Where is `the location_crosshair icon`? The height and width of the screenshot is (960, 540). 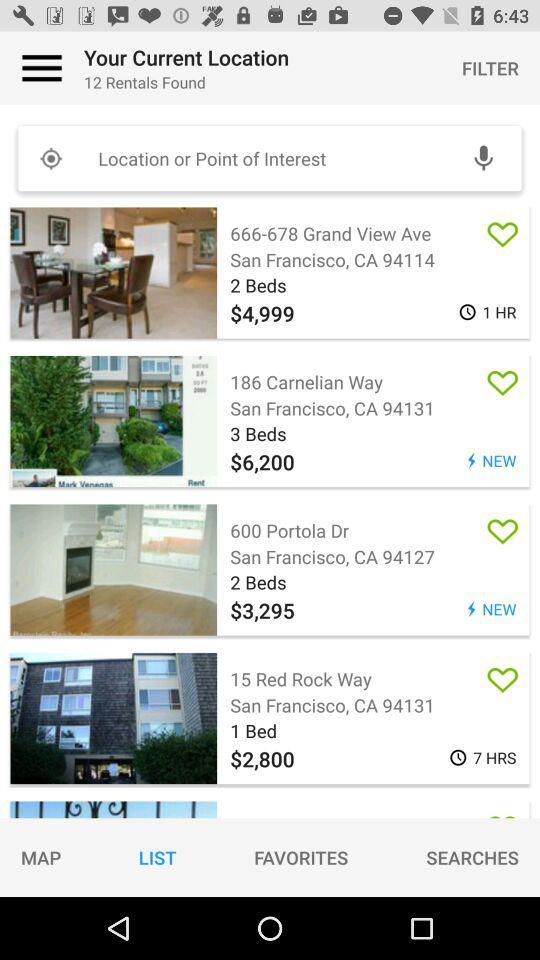 the location_crosshair icon is located at coordinates (50, 157).